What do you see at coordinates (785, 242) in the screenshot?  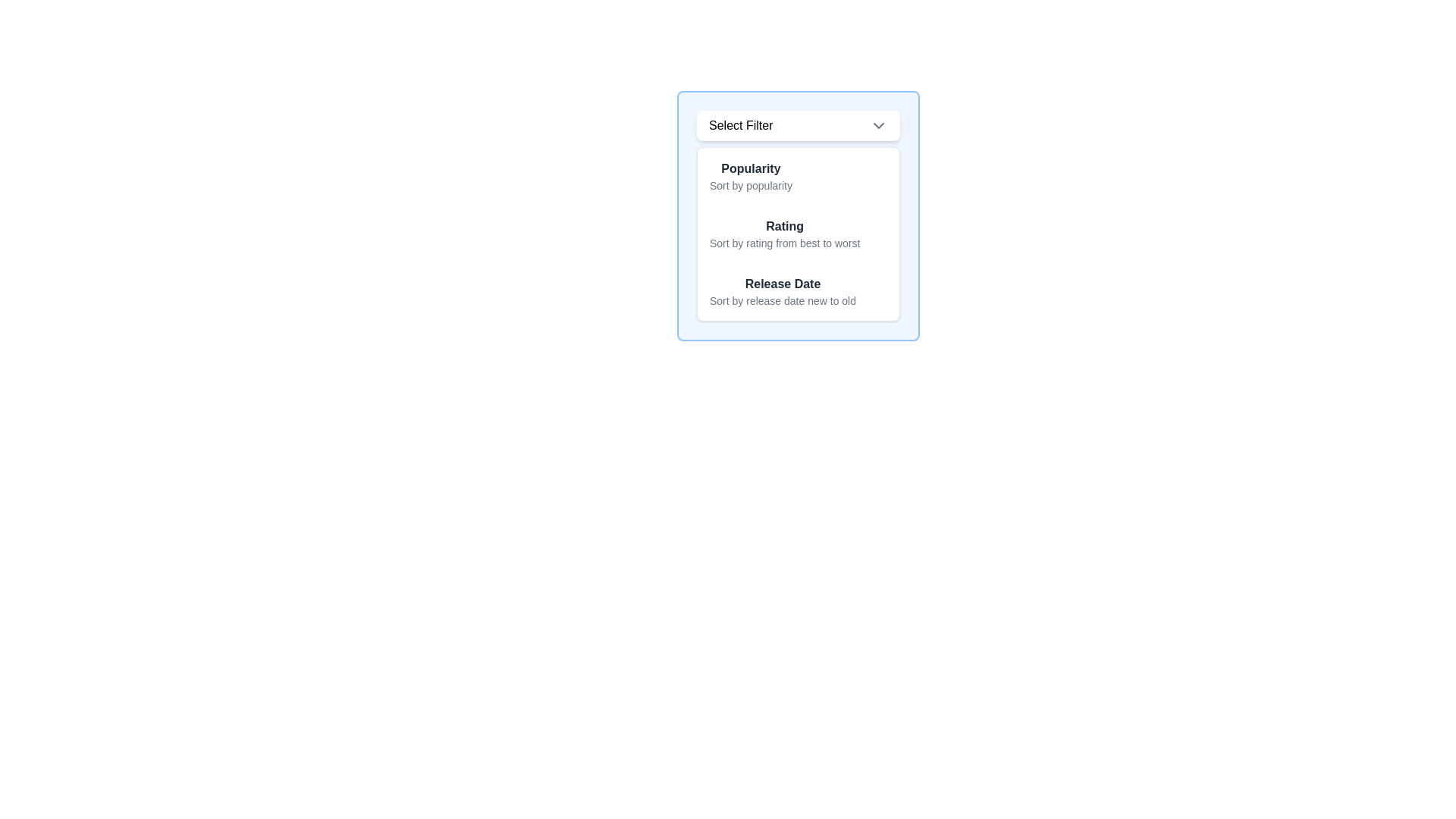 I see `the instruction text 'Sort by rating from best to worst', which is a small gray font located beneath the 'Rating' label in the dropdown selection interface` at bounding box center [785, 242].